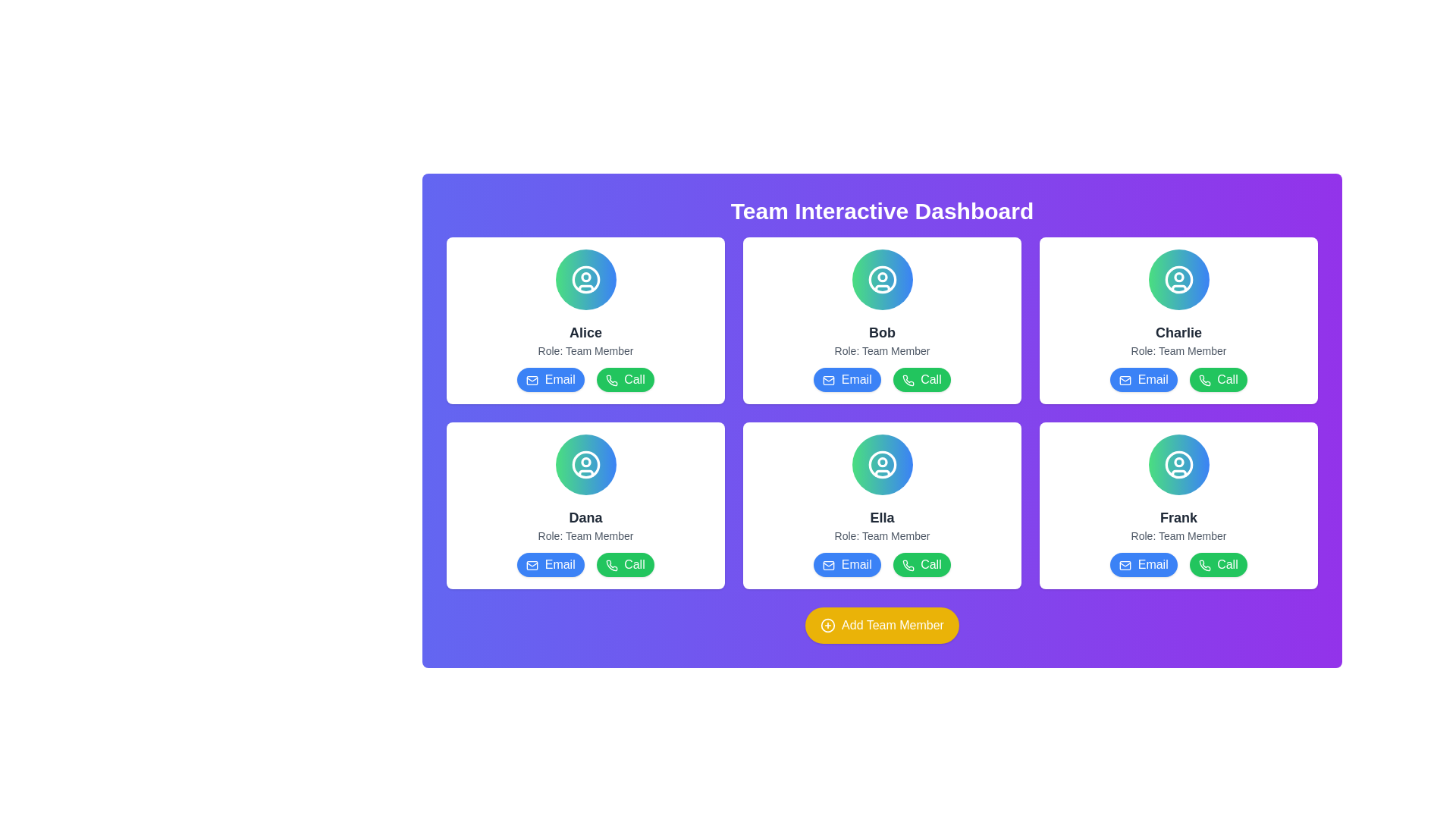  Describe the element at coordinates (625, 564) in the screenshot. I see `the green 'Call' button with white text and a phone icon, which is the second button in the group located beneath the 'Dana' profile card` at that location.